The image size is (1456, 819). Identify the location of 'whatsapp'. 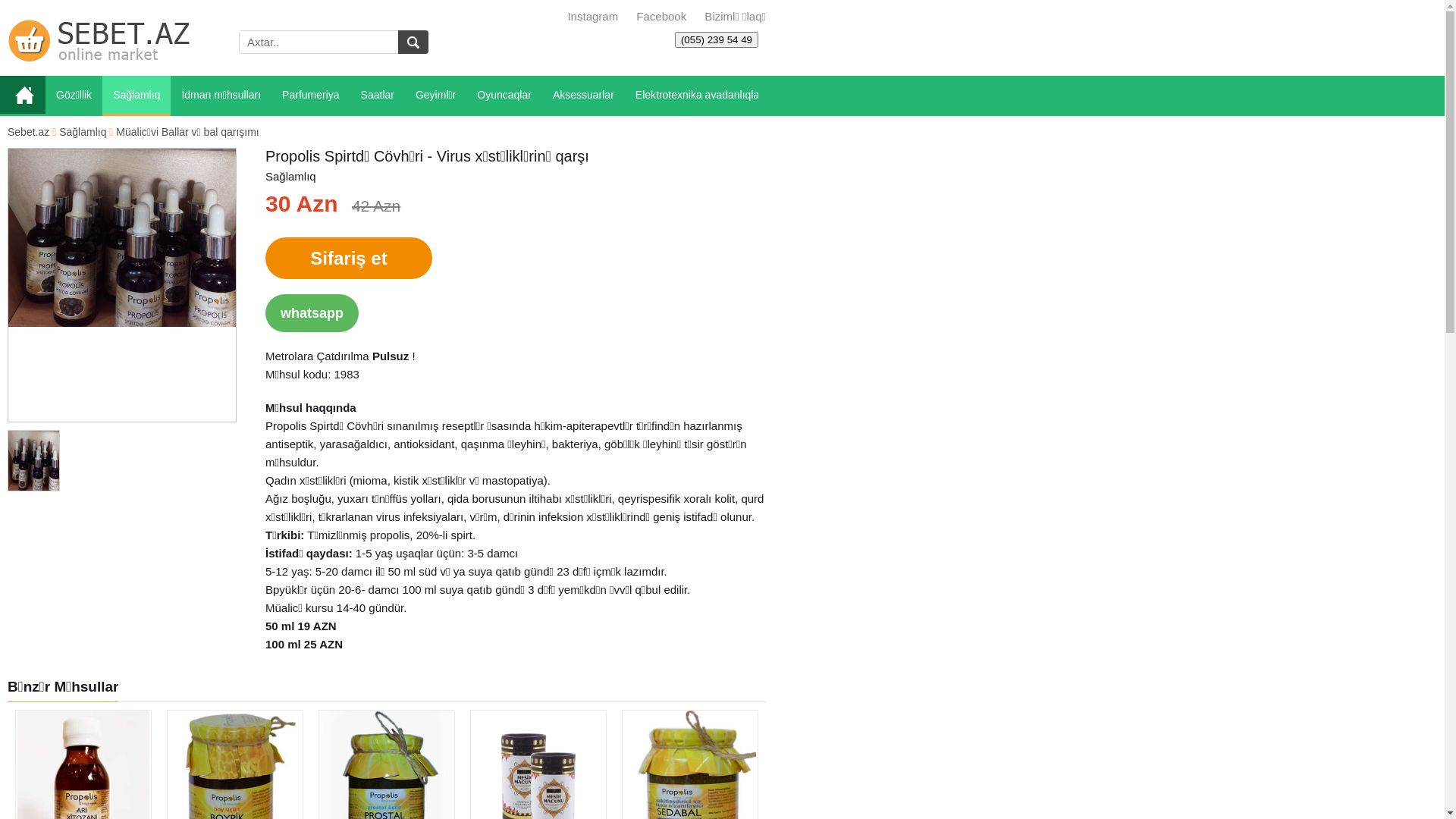
(311, 312).